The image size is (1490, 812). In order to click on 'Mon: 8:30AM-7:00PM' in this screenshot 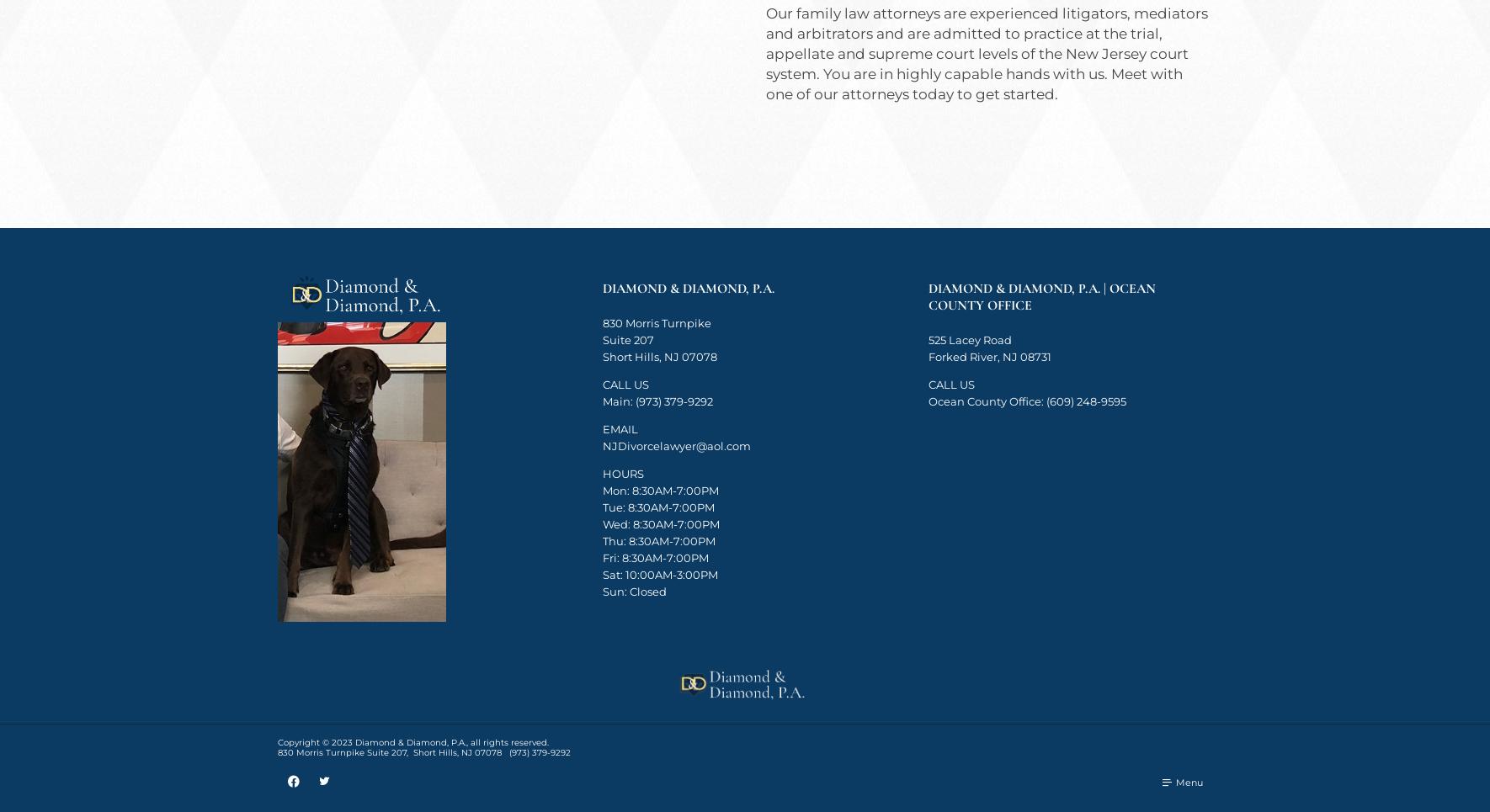, I will do `click(660, 489)`.